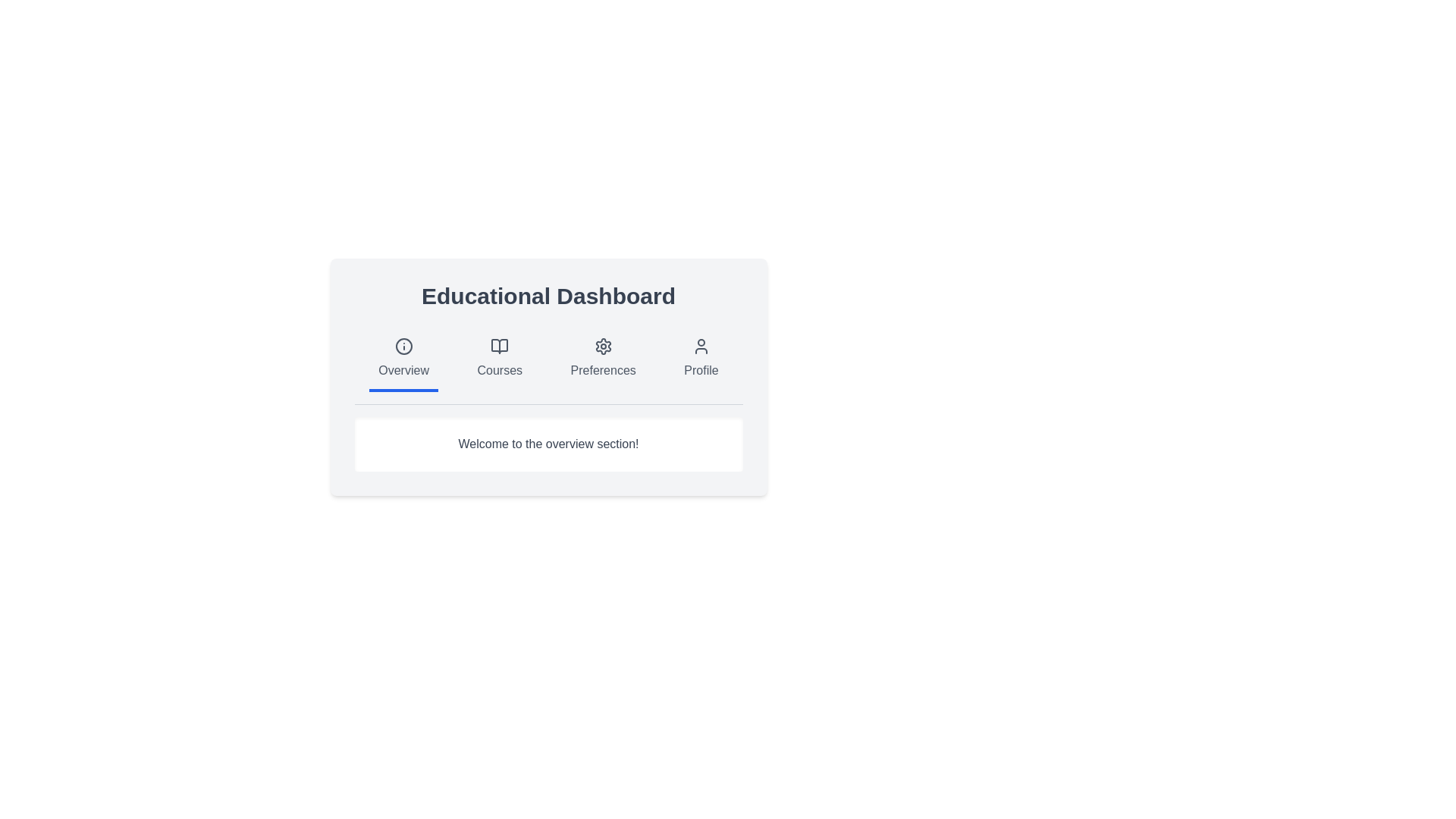 The height and width of the screenshot is (819, 1456). Describe the element at coordinates (701, 359) in the screenshot. I see `the 'Profile' interactive menu item` at that location.